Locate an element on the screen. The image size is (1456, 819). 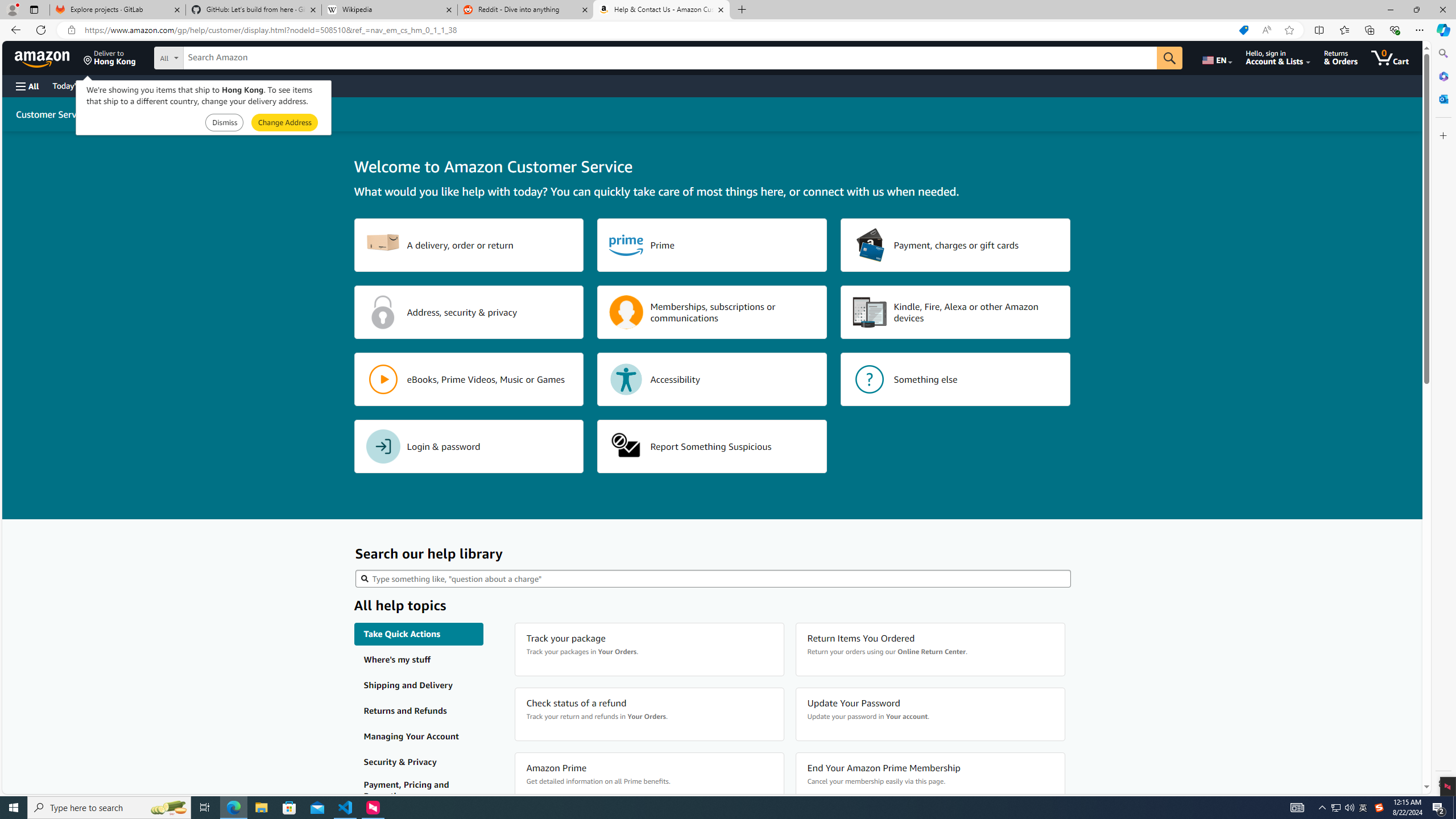
'Choose a language for shopping.' is located at coordinates (1215, 57).